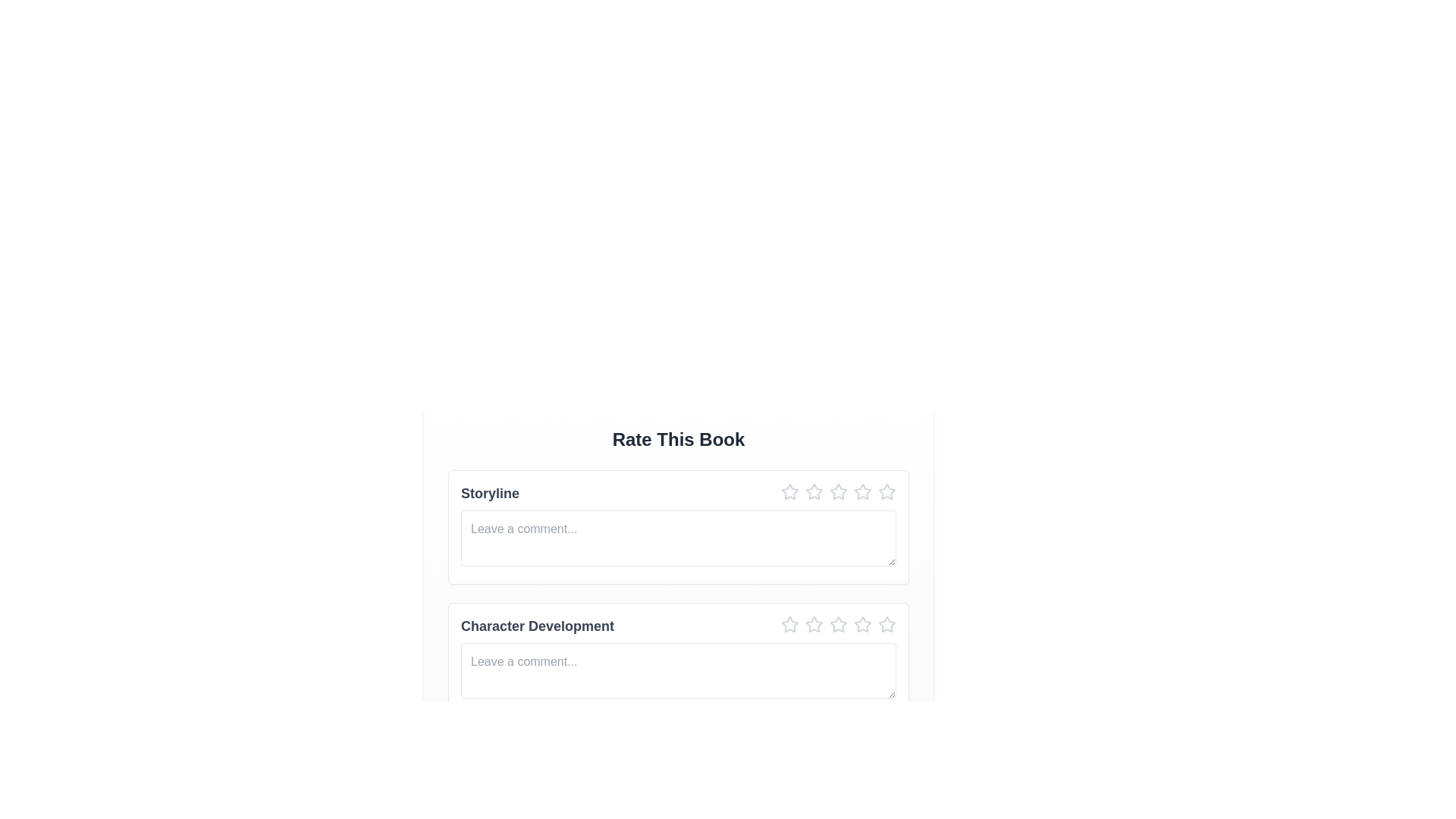 This screenshot has width=1456, height=819. Describe the element at coordinates (862, 625) in the screenshot. I see `the sixth star in the 7-star rating system for 'Character Development'` at that location.